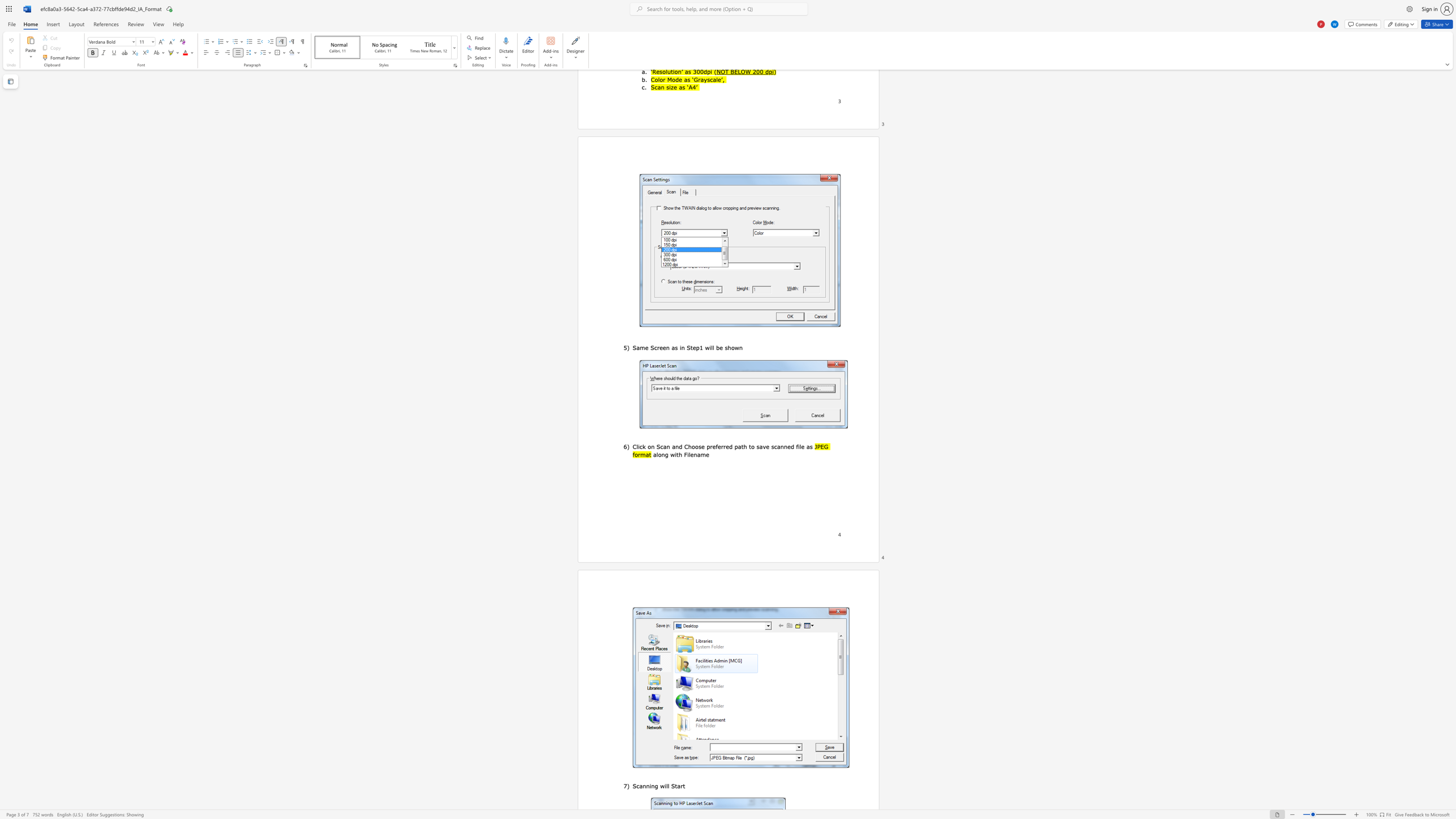 Image resolution: width=1456 pixels, height=819 pixels. What do you see at coordinates (670, 454) in the screenshot?
I see `the subset text "with Filena" within the text "along with Filename"` at bounding box center [670, 454].